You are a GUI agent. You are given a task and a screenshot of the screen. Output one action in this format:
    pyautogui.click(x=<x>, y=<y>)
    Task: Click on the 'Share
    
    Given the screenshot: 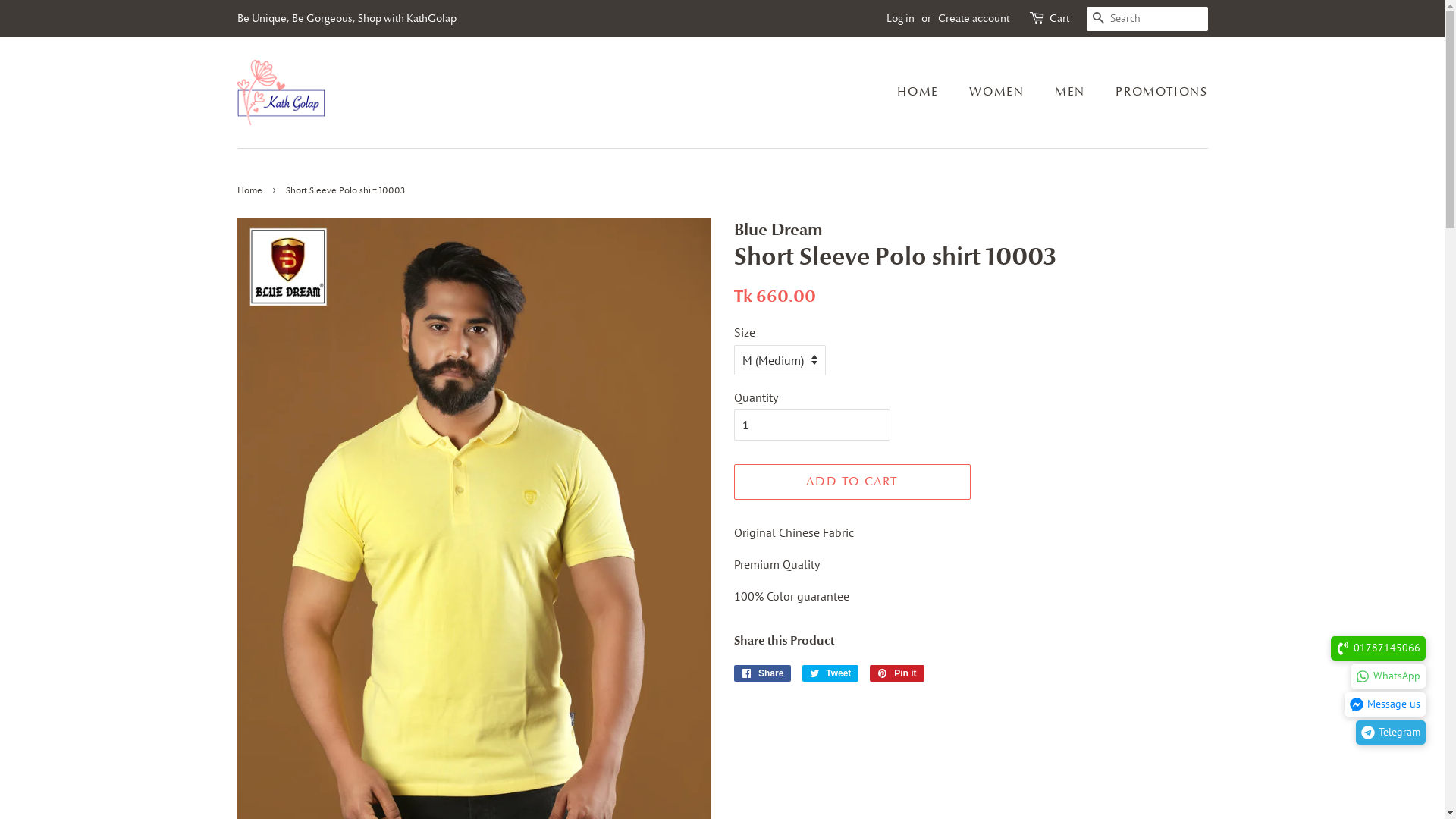 What is the action you would take?
    pyautogui.click(x=763, y=672)
    